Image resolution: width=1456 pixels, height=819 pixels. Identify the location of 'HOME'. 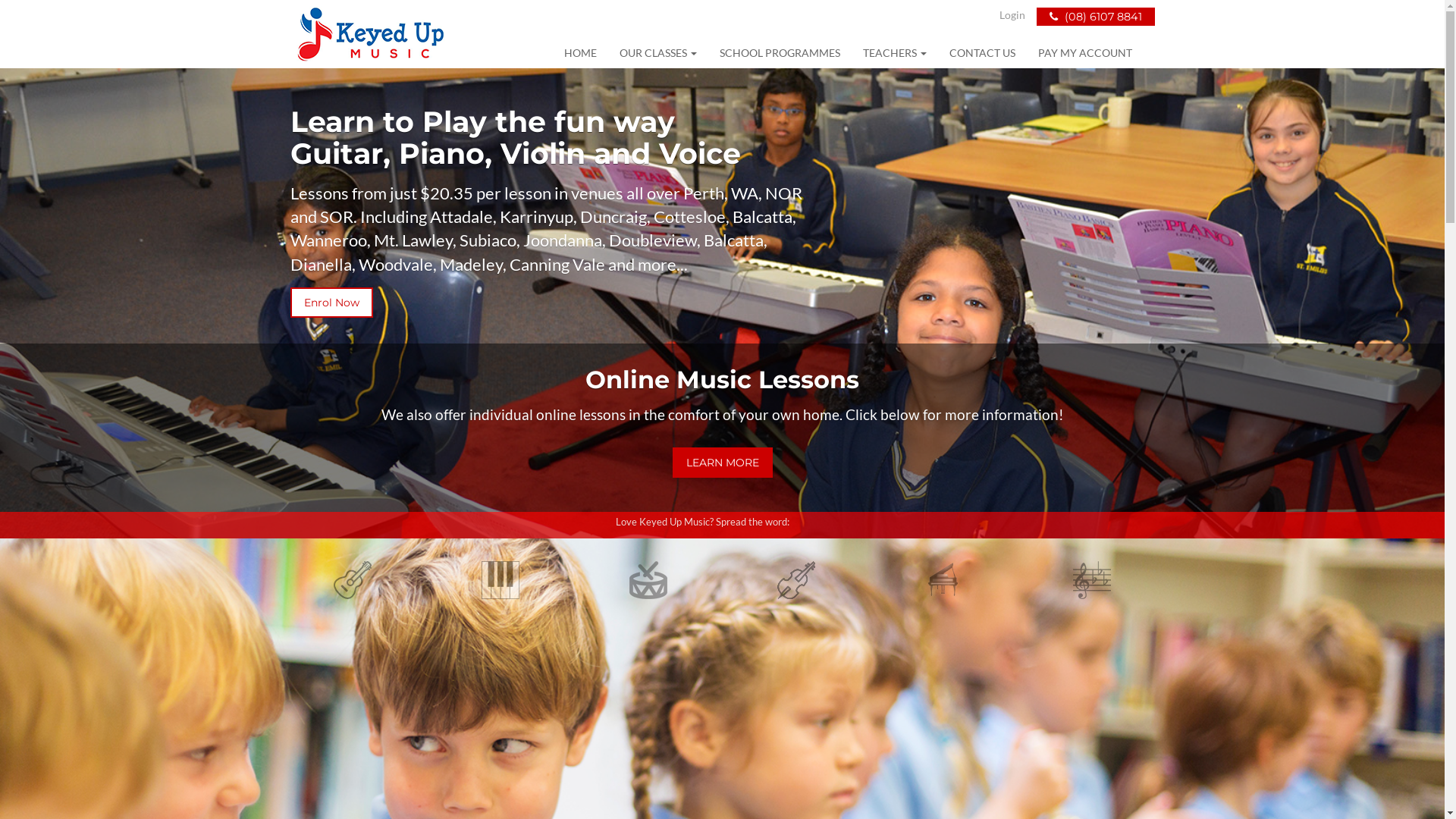
(579, 52).